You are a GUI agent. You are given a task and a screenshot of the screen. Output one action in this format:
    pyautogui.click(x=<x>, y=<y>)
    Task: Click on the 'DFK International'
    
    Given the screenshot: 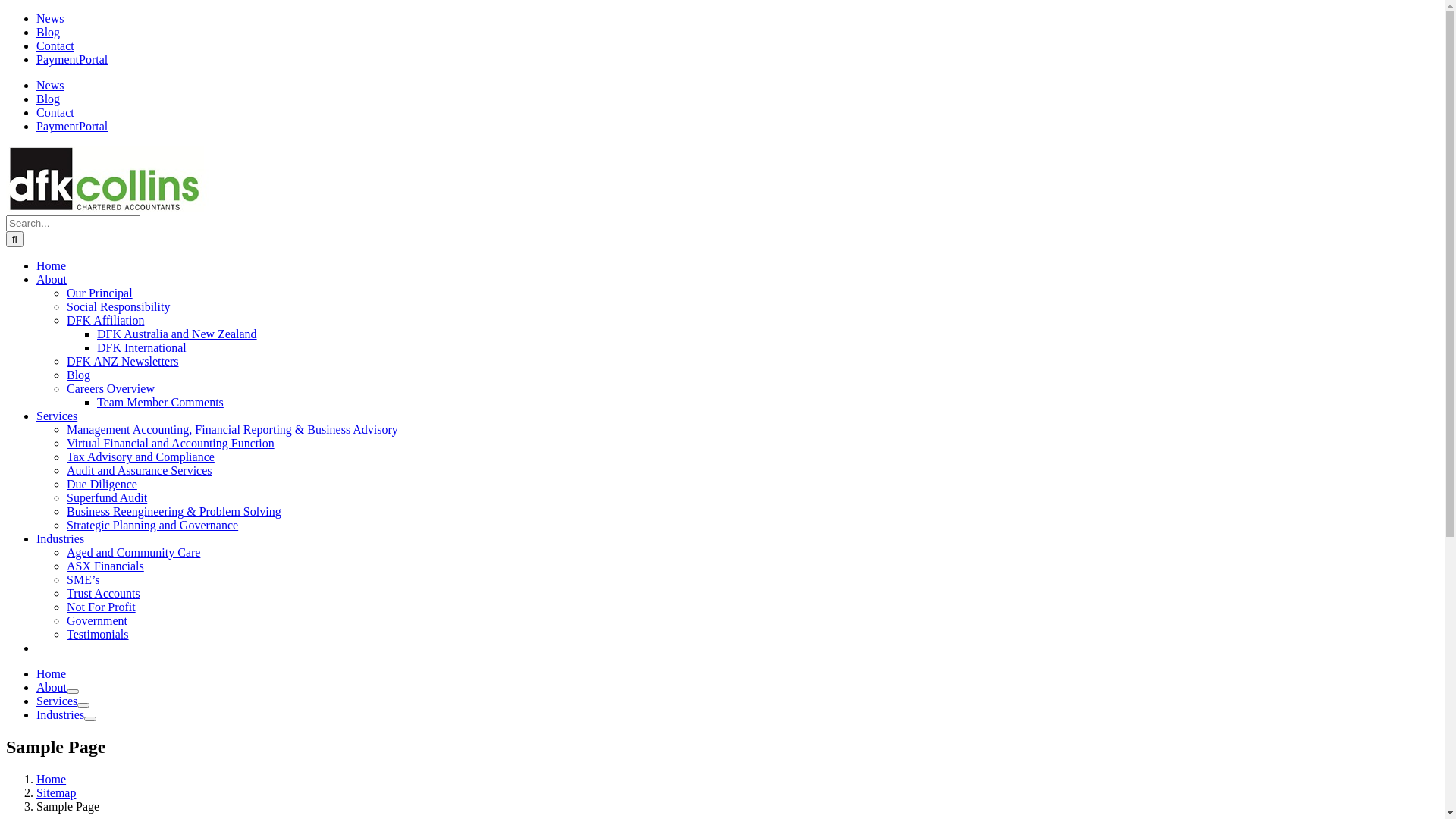 What is the action you would take?
    pyautogui.click(x=142, y=347)
    